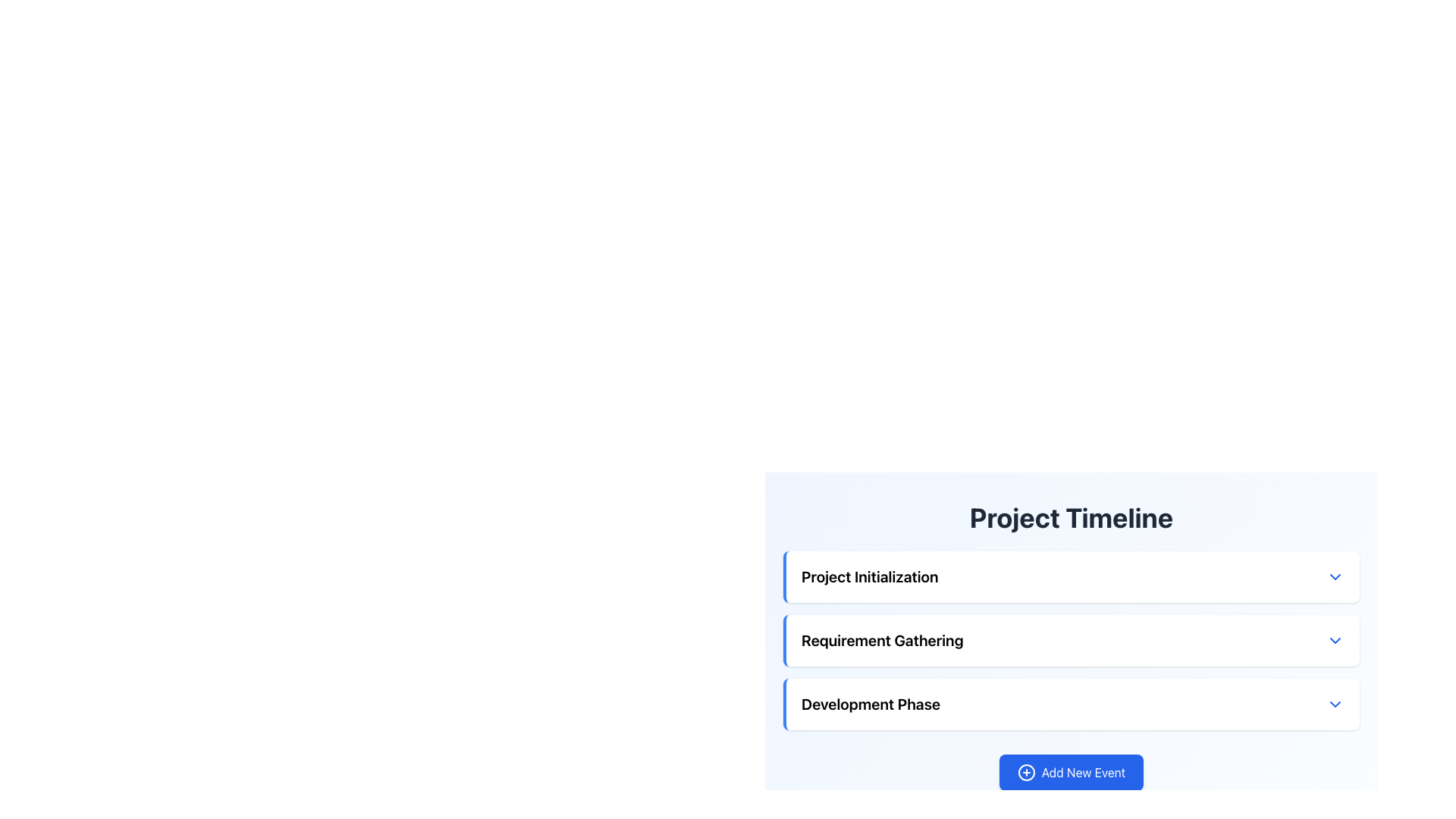 This screenshot has height=819, width=1456. Describe the element at coordinates (1026, 772) in the screenshot. I see `the decorative icon of the 'Add New Event' button, which is represented by a small circular graphic located in the lower-right corner of the interface` at that location.